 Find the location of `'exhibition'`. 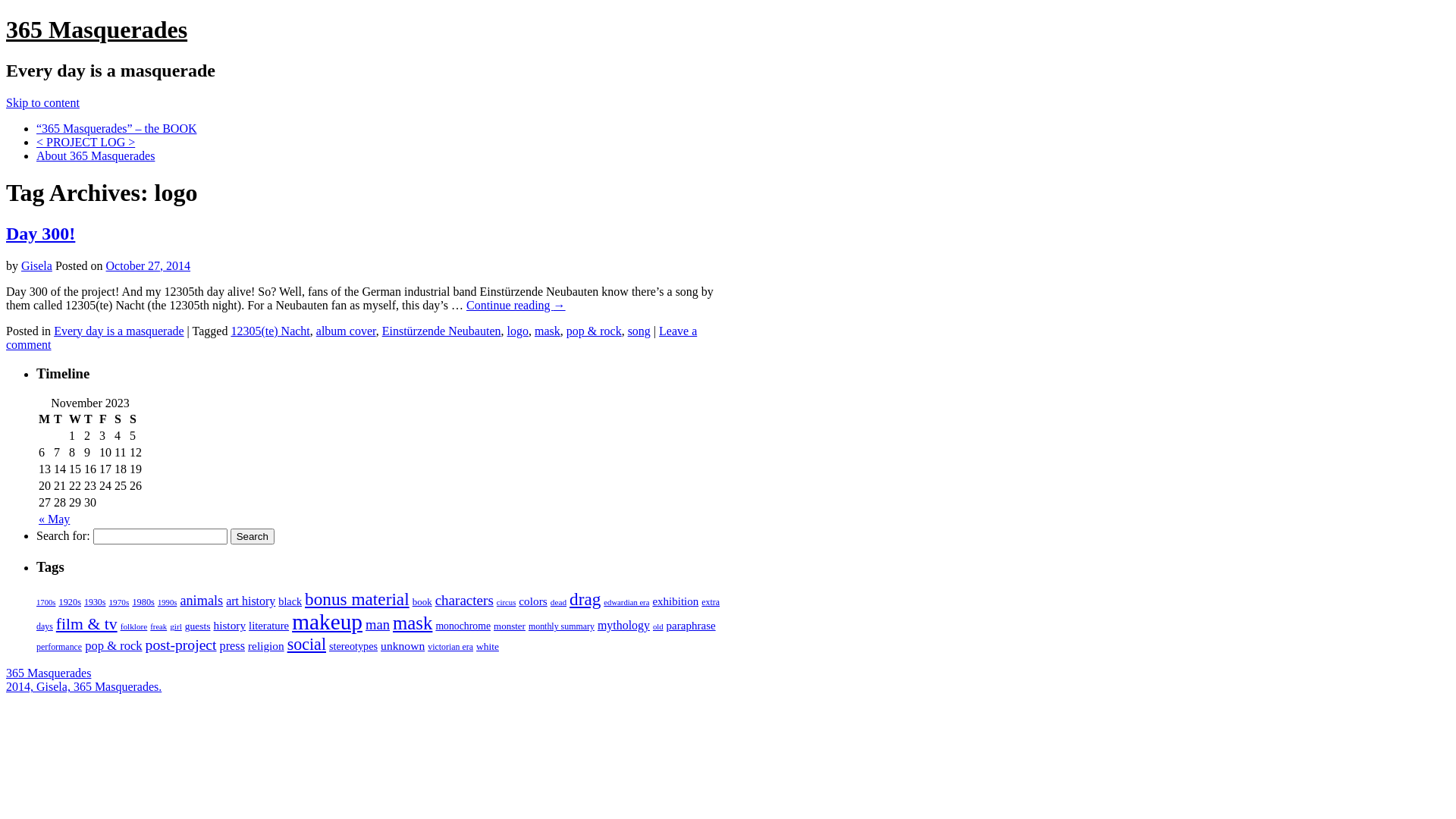

'exhibition' is located at coordinates (674, 601).